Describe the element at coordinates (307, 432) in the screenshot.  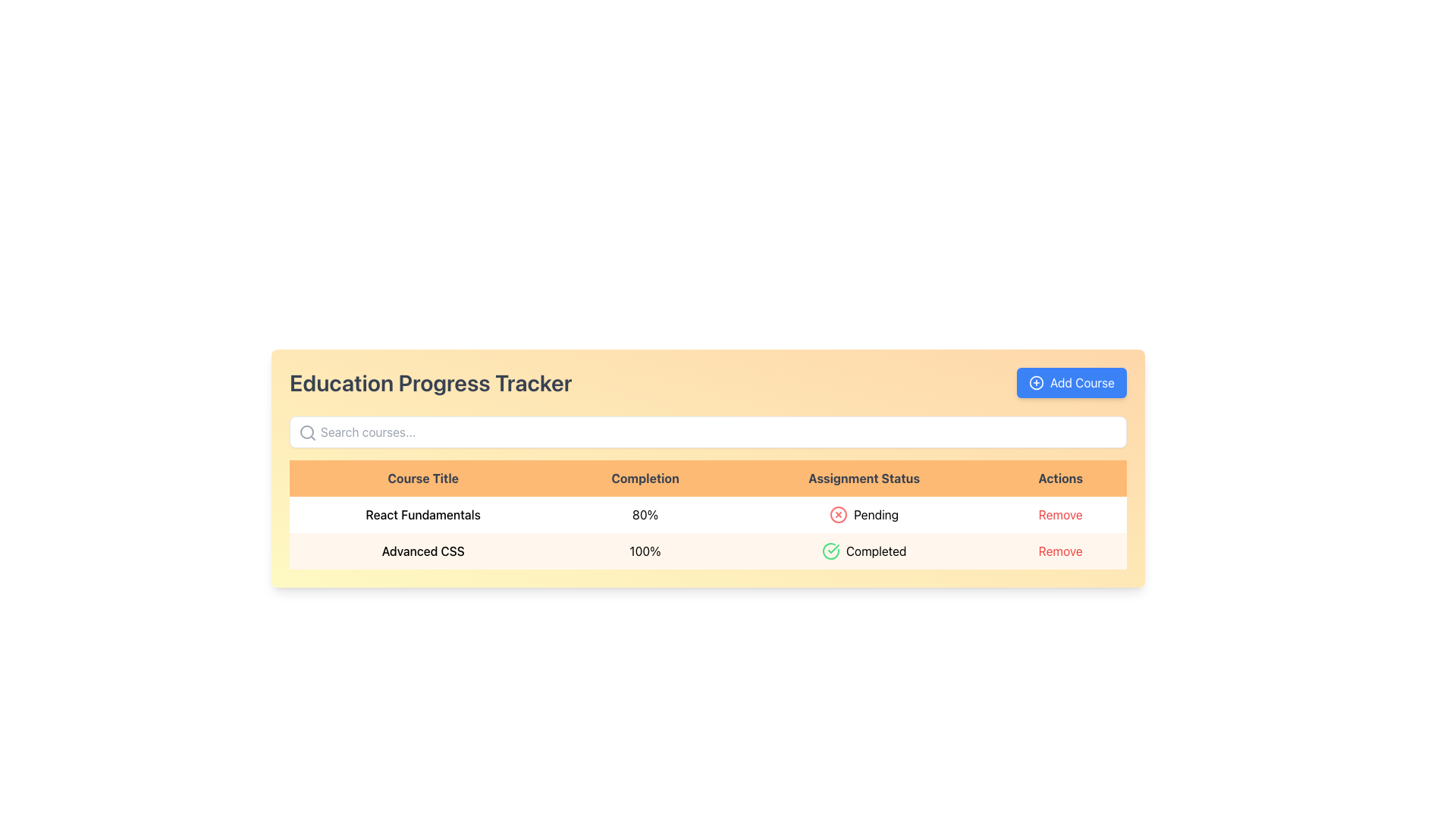
I see `the magnifying glass icon, which is a gray vector graphic located to the left of the 'Search courses...' placeholder text in the search bar above the table` at that location.